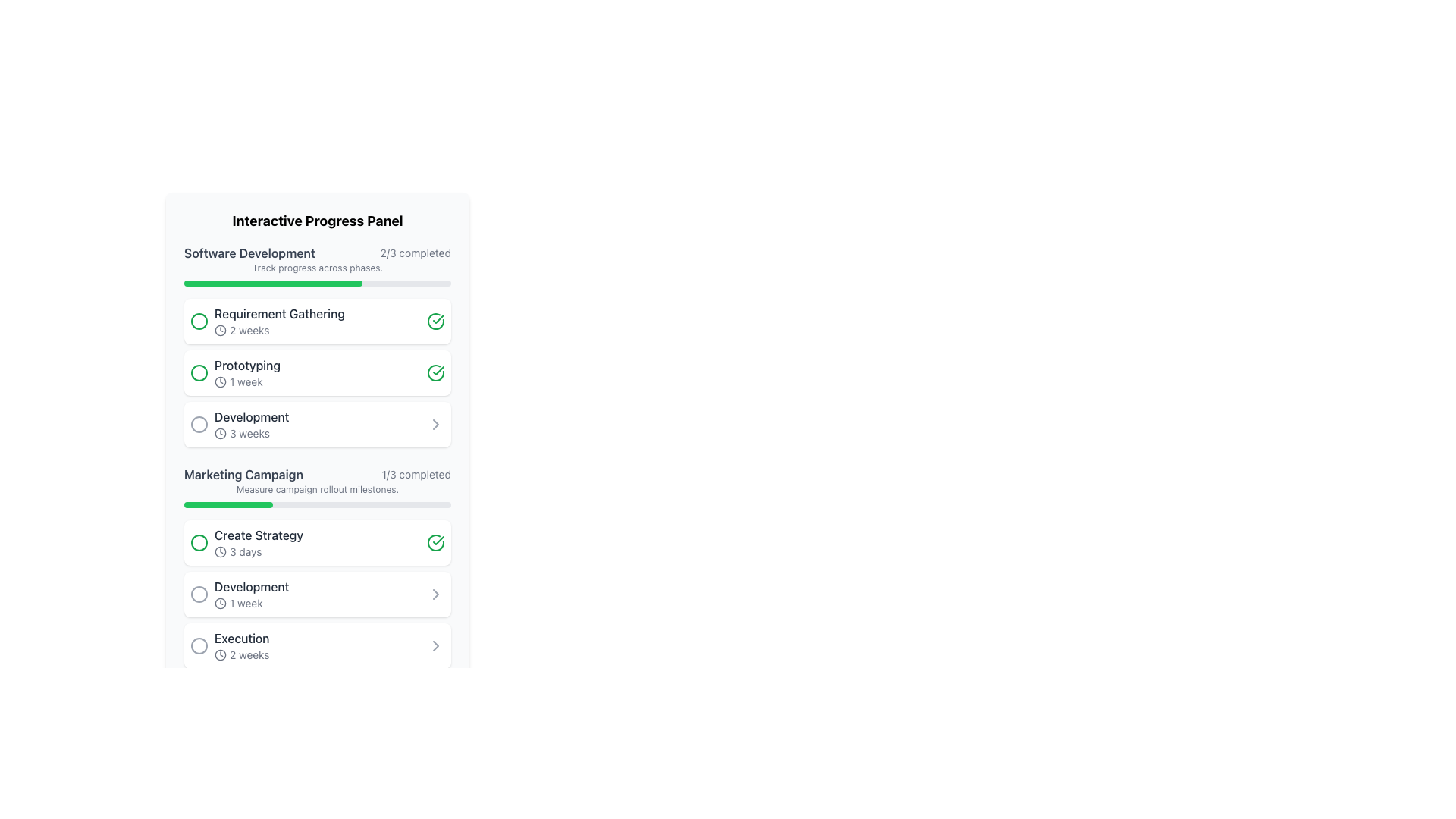 This screenshot has height=819, width=1456. I want to click on the List Component displaying the phases of the software development process, so click(316, 373).